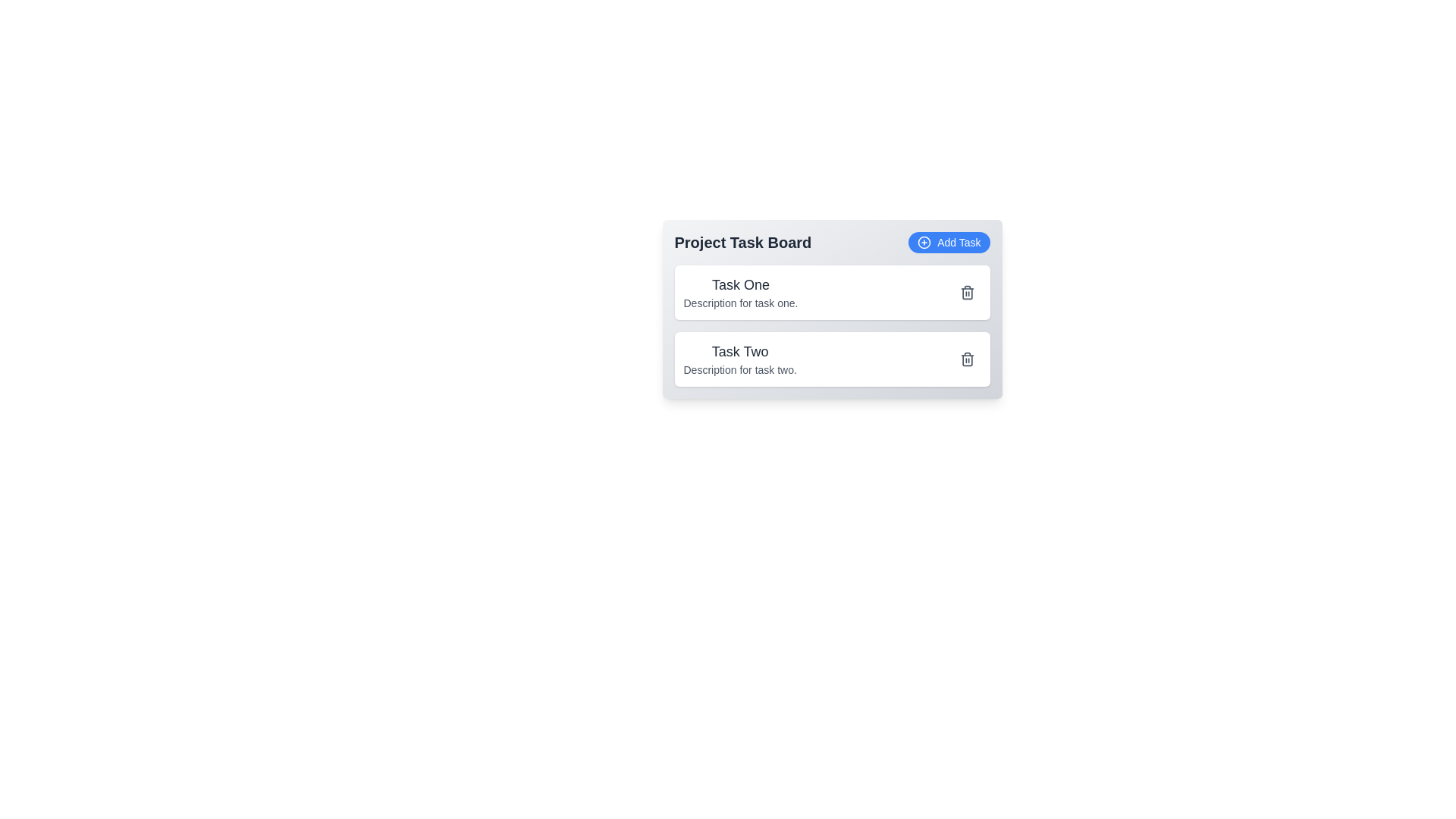  I want to click on the text label or heading that serves as the title for the second task in the task list, positioned above the description text for 'Task Two', so click(740, 351).